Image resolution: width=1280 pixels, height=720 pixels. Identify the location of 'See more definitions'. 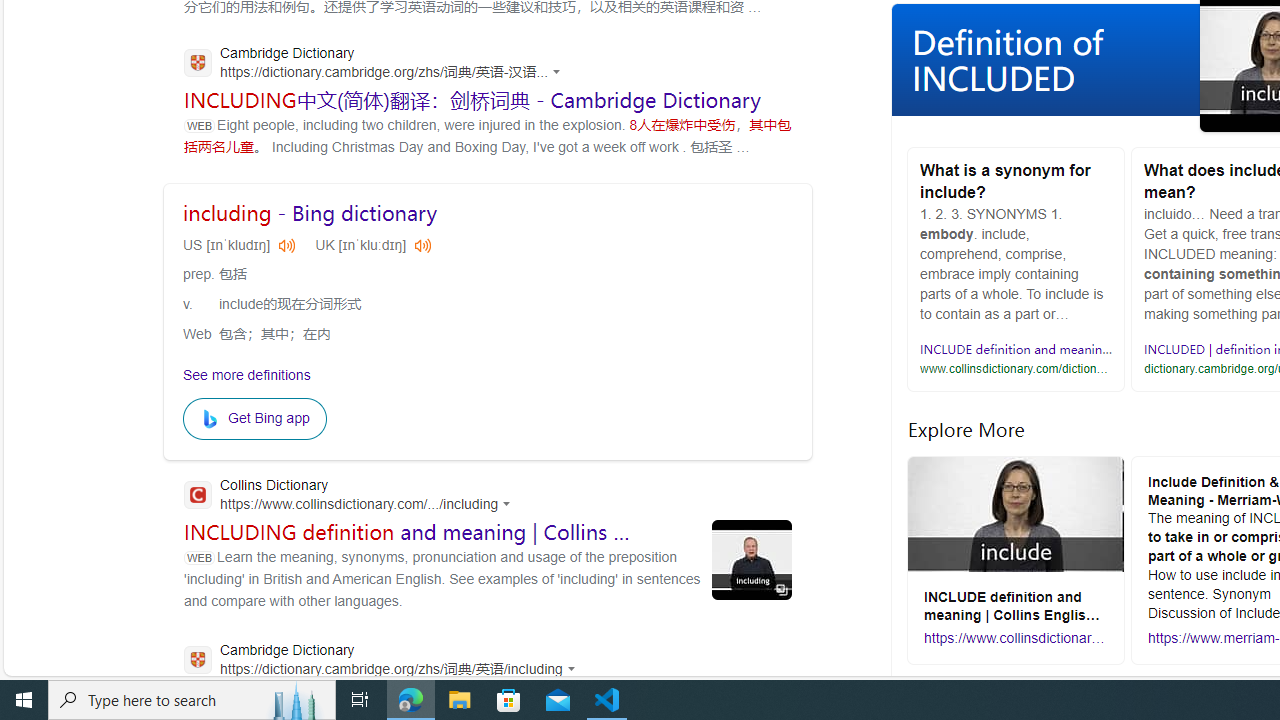
(246, 374).